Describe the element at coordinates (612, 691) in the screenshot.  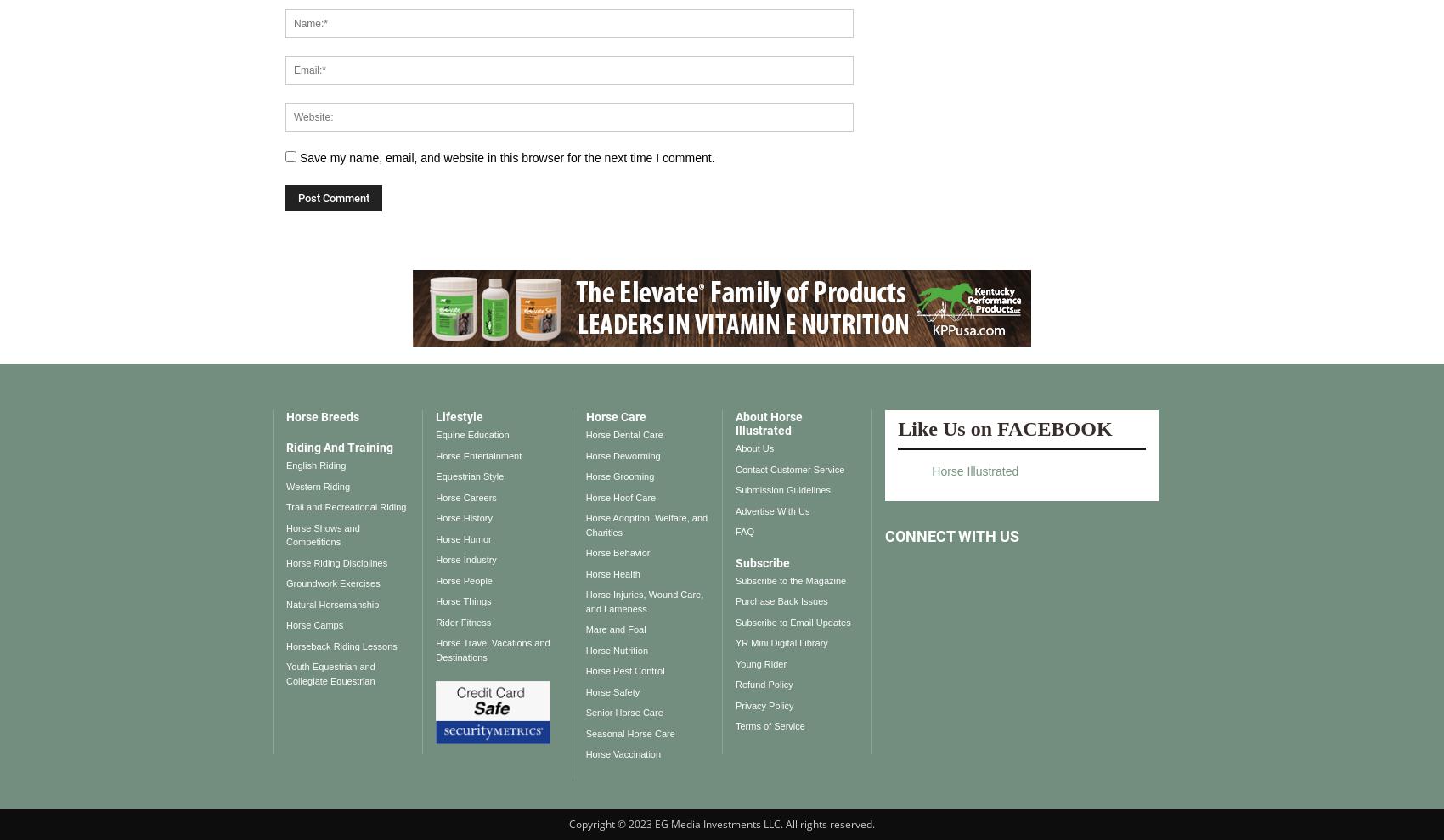
I see `'Horse Safety'` at that location.